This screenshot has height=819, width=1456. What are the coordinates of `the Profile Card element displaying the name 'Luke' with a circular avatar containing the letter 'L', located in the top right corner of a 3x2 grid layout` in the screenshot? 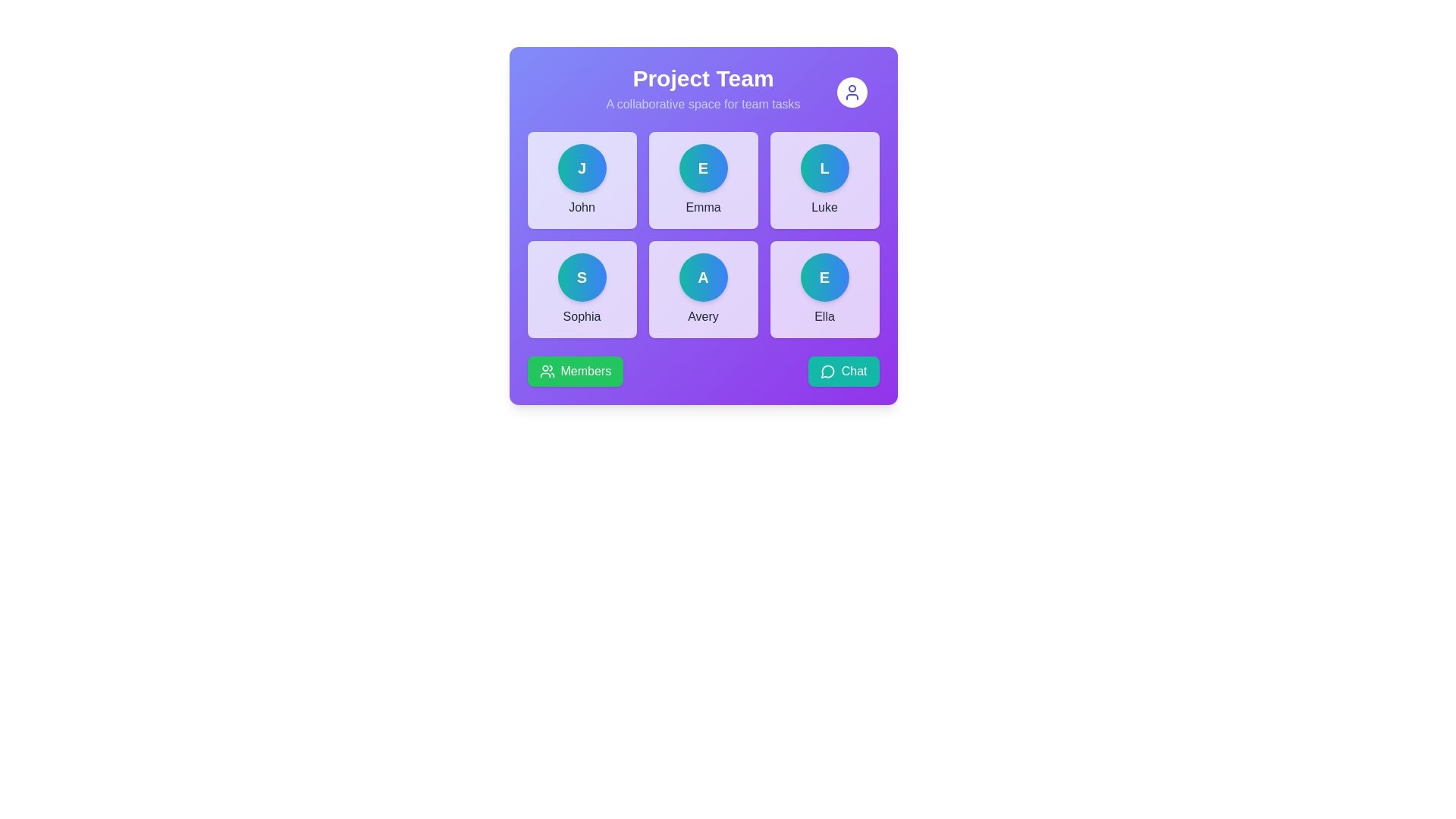 It's located at (824, 180).